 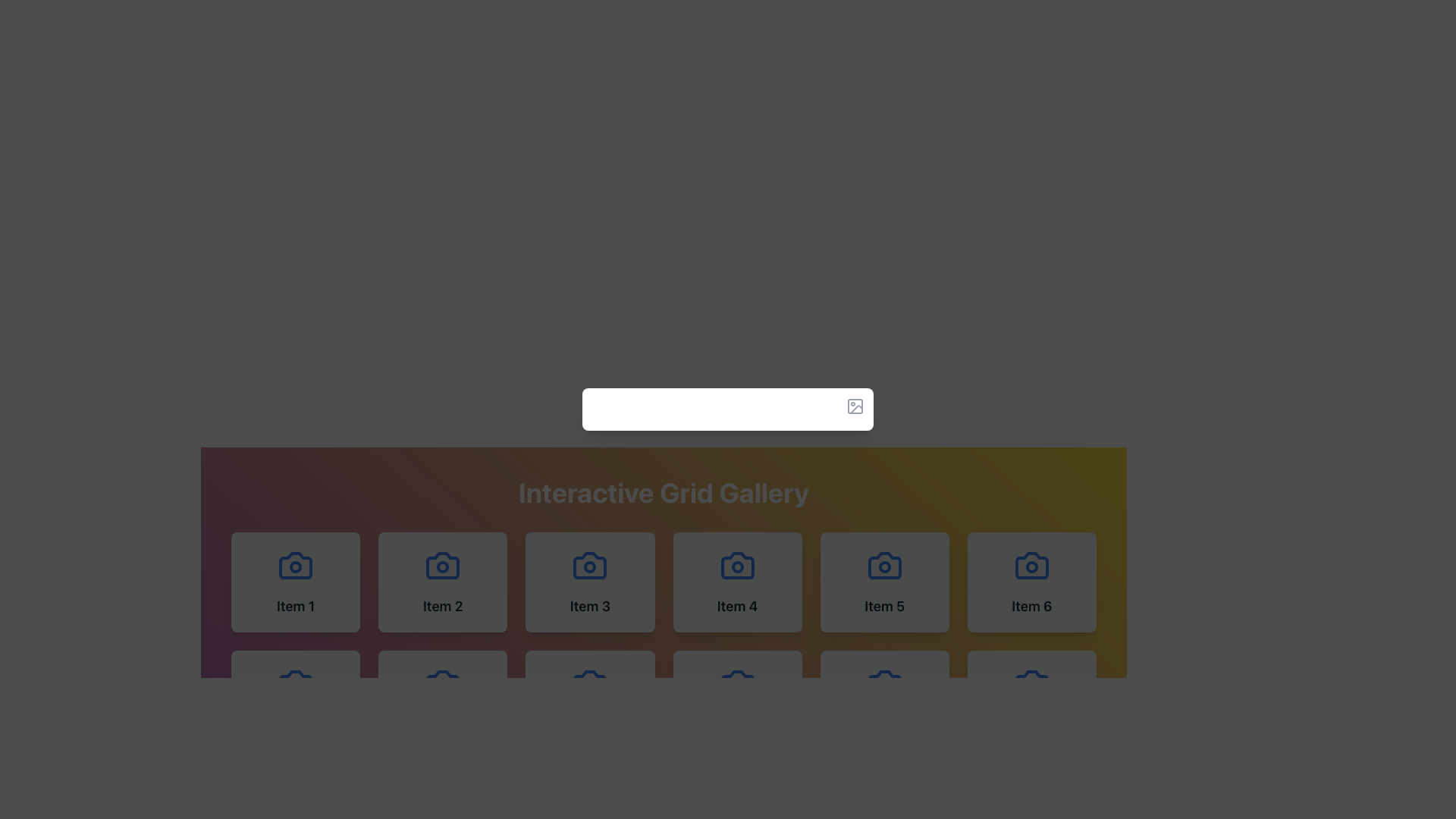 I want to click on the small circular SVG element that represents the camera within the grid item labeled 'Item 1.', so click(x=589, y=685).